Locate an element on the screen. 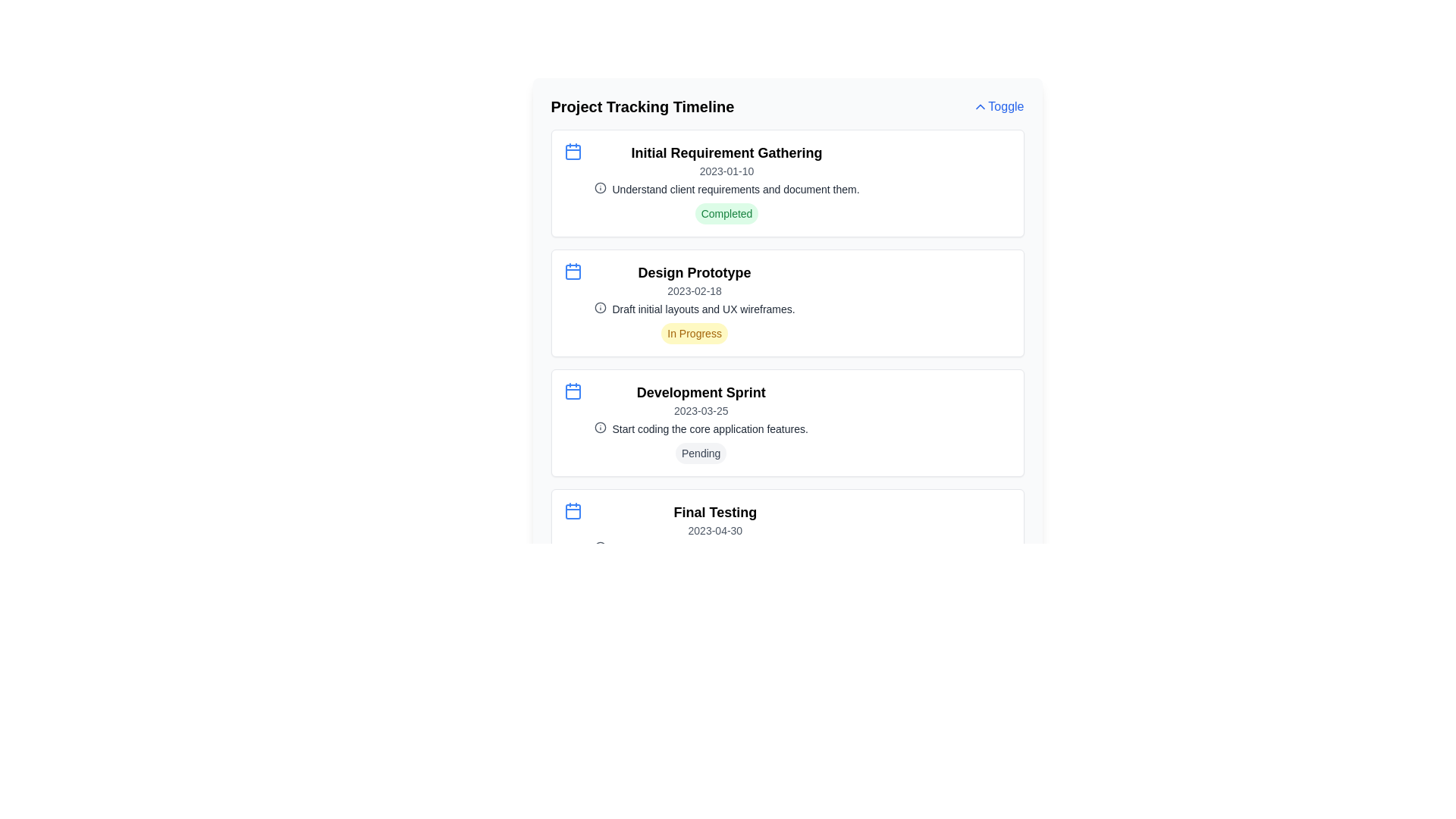 This screenshot has height=819, width=1456. the badge labeled 'In Progress' with a yellow background and darker yellow text, located under 'Draft initial layouts and UX wireframes.' in the 'Design Prototype' section is located at coordinates (694, 332).